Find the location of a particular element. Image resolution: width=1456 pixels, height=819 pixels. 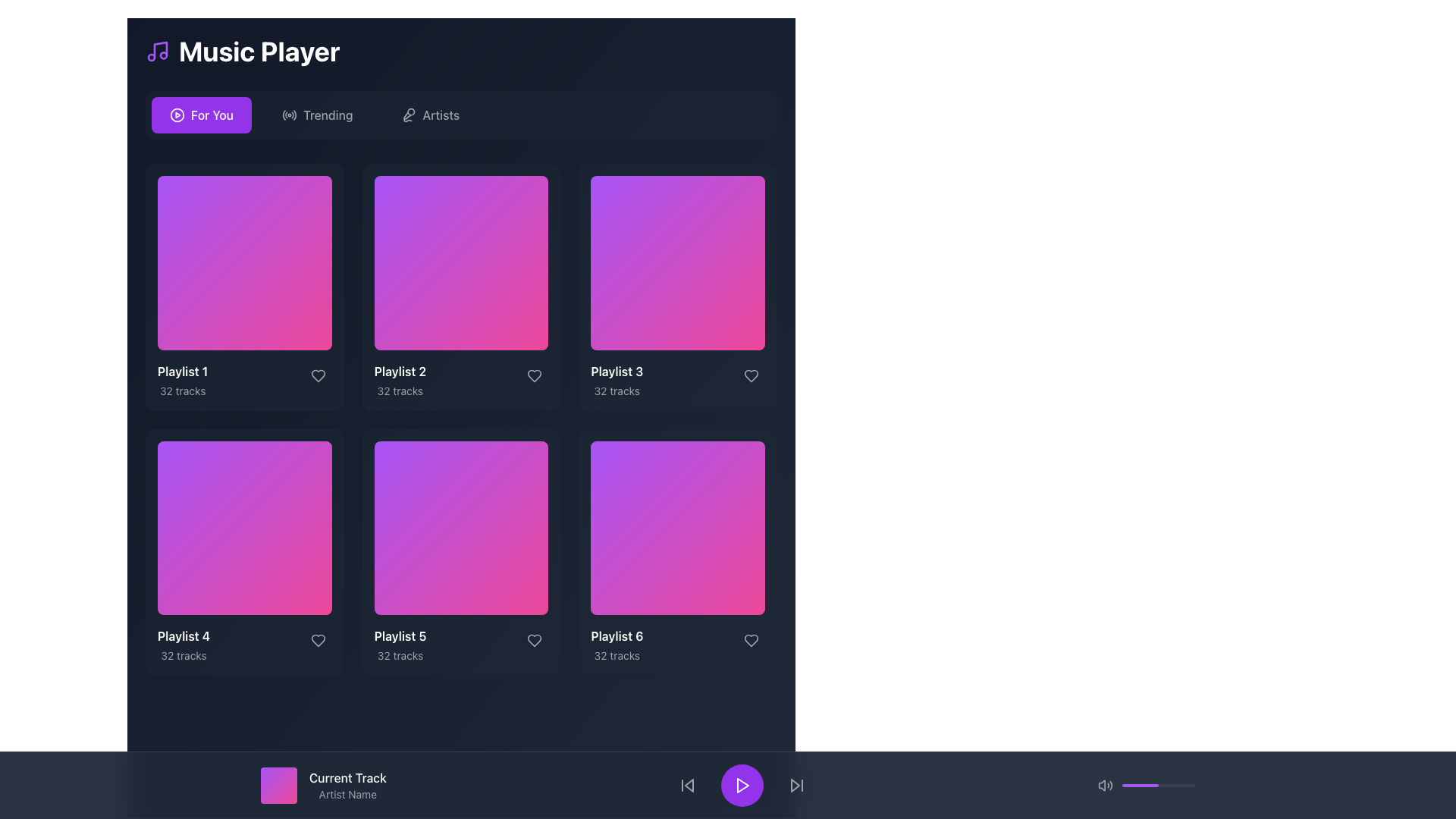

the 'Artists' text label in the header bar of the music player interface is located at coordinates (440, 114).